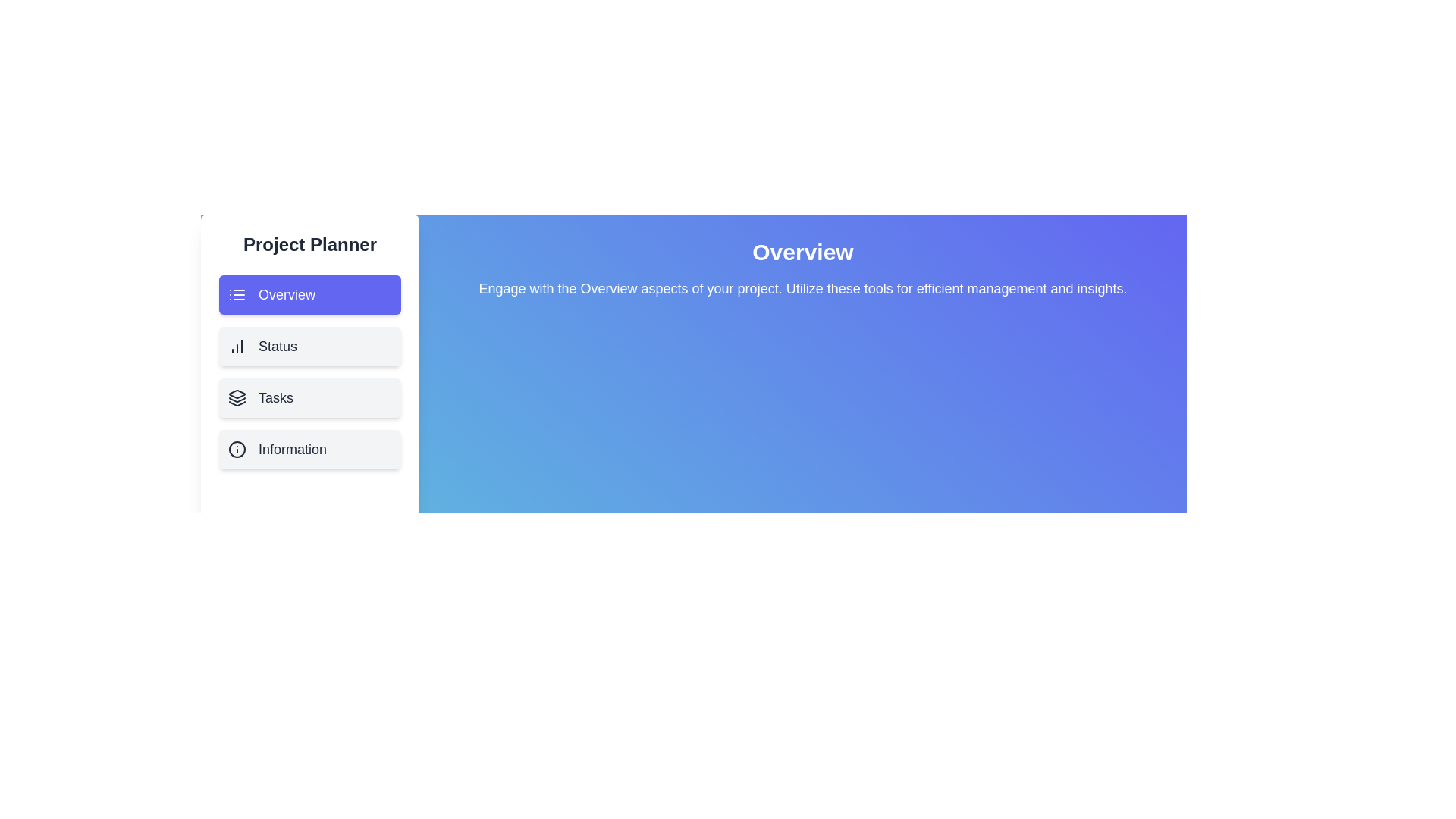 This screenshot has height=819, width=1456. I want to click on the sidebar menu item corresponding to Overview, so click(309, 295).